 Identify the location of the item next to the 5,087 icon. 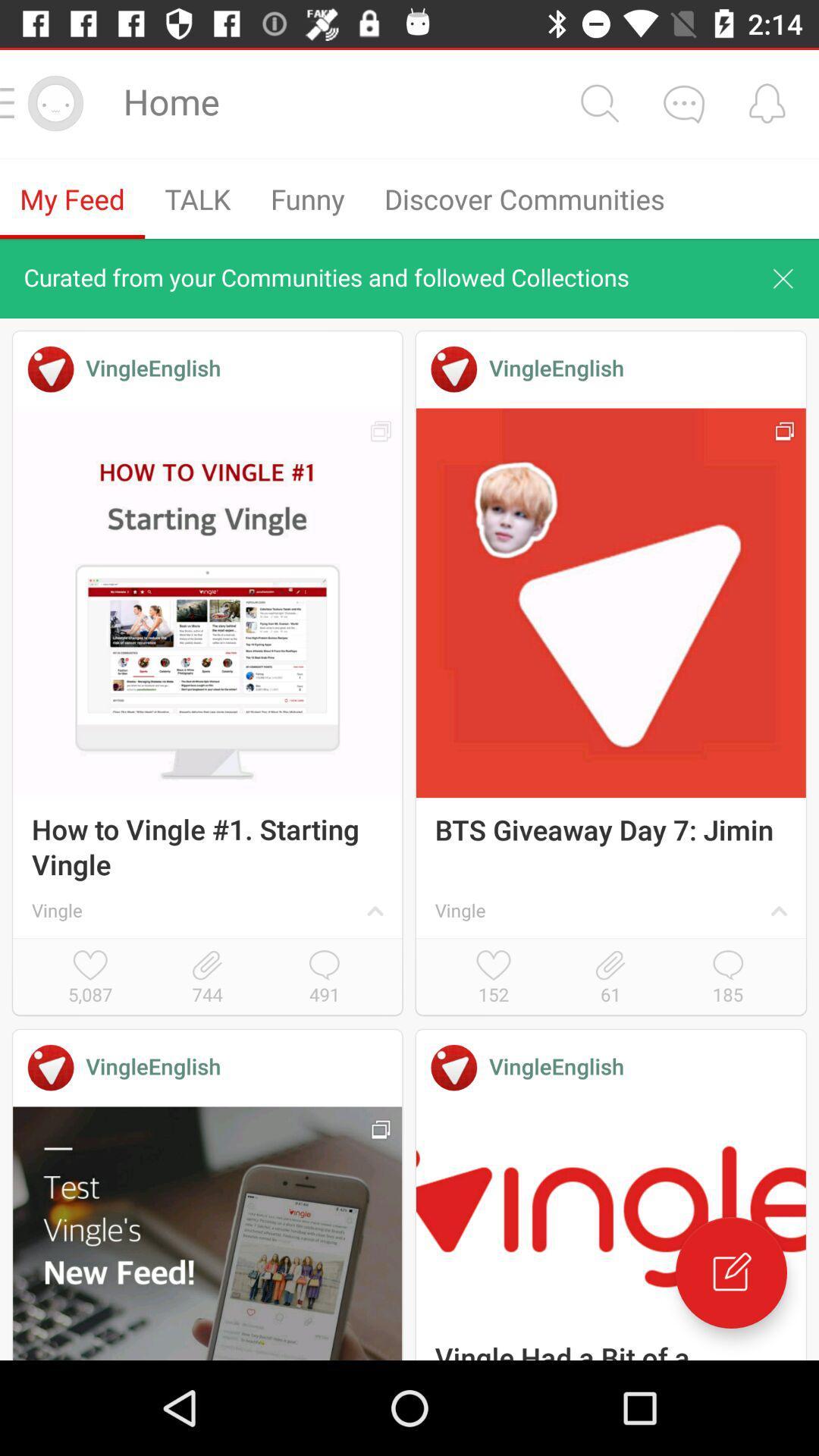
(207, 978).